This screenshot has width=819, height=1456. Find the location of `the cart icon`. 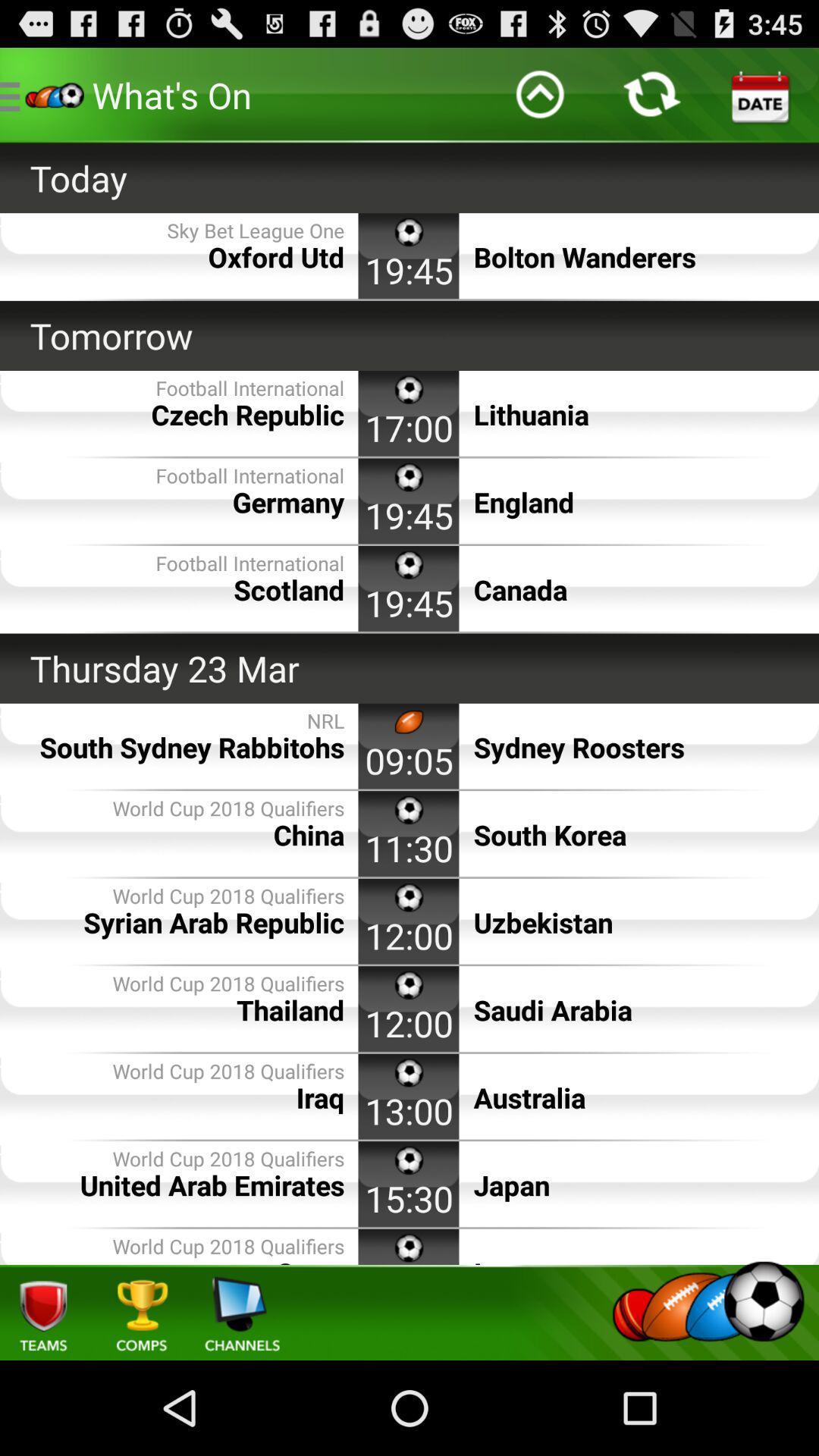

the cart icon is located at coordinates (146, 1396).